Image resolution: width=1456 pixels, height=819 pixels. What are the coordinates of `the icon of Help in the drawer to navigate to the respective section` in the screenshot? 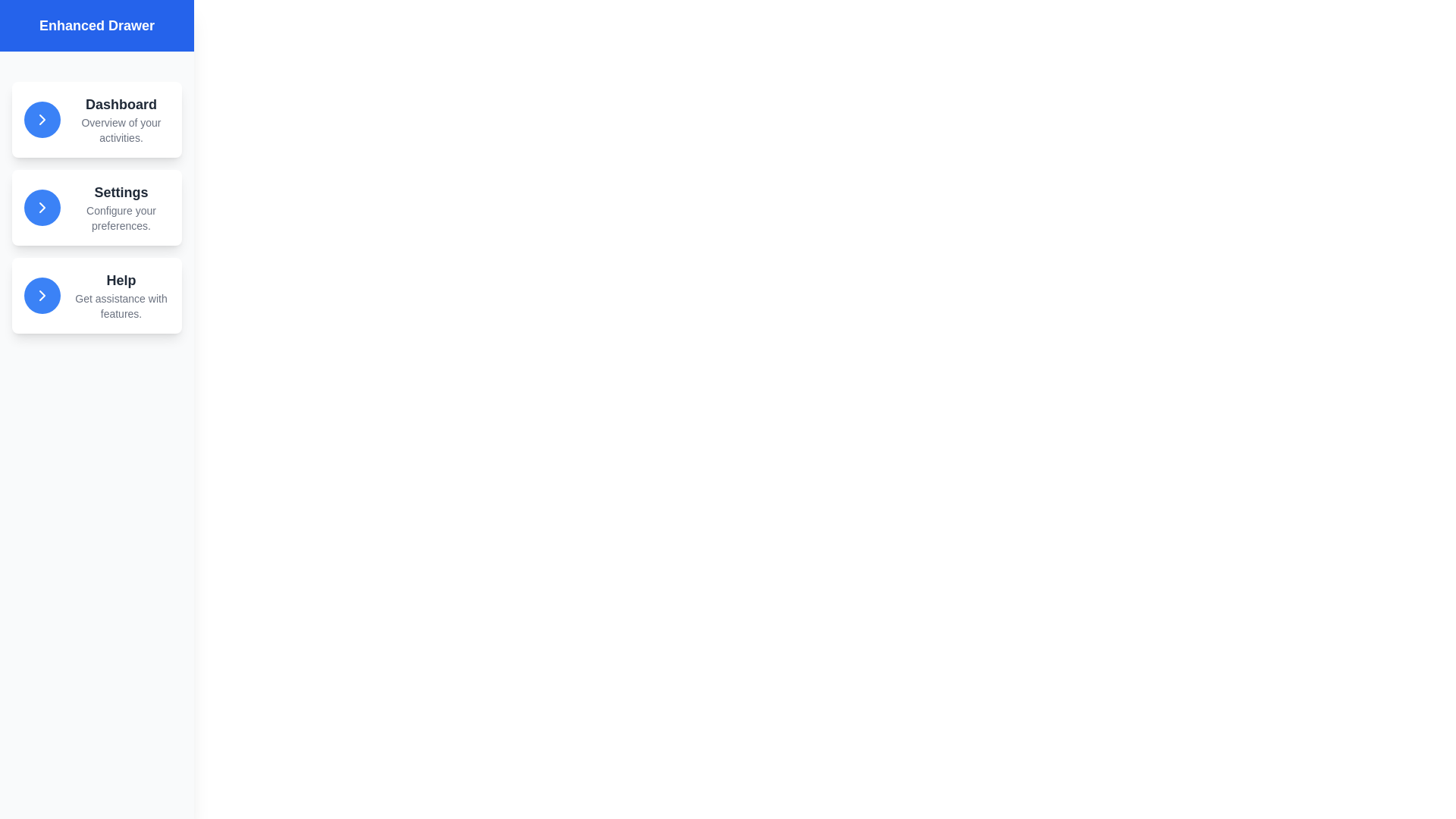 It's located at (42, 295).